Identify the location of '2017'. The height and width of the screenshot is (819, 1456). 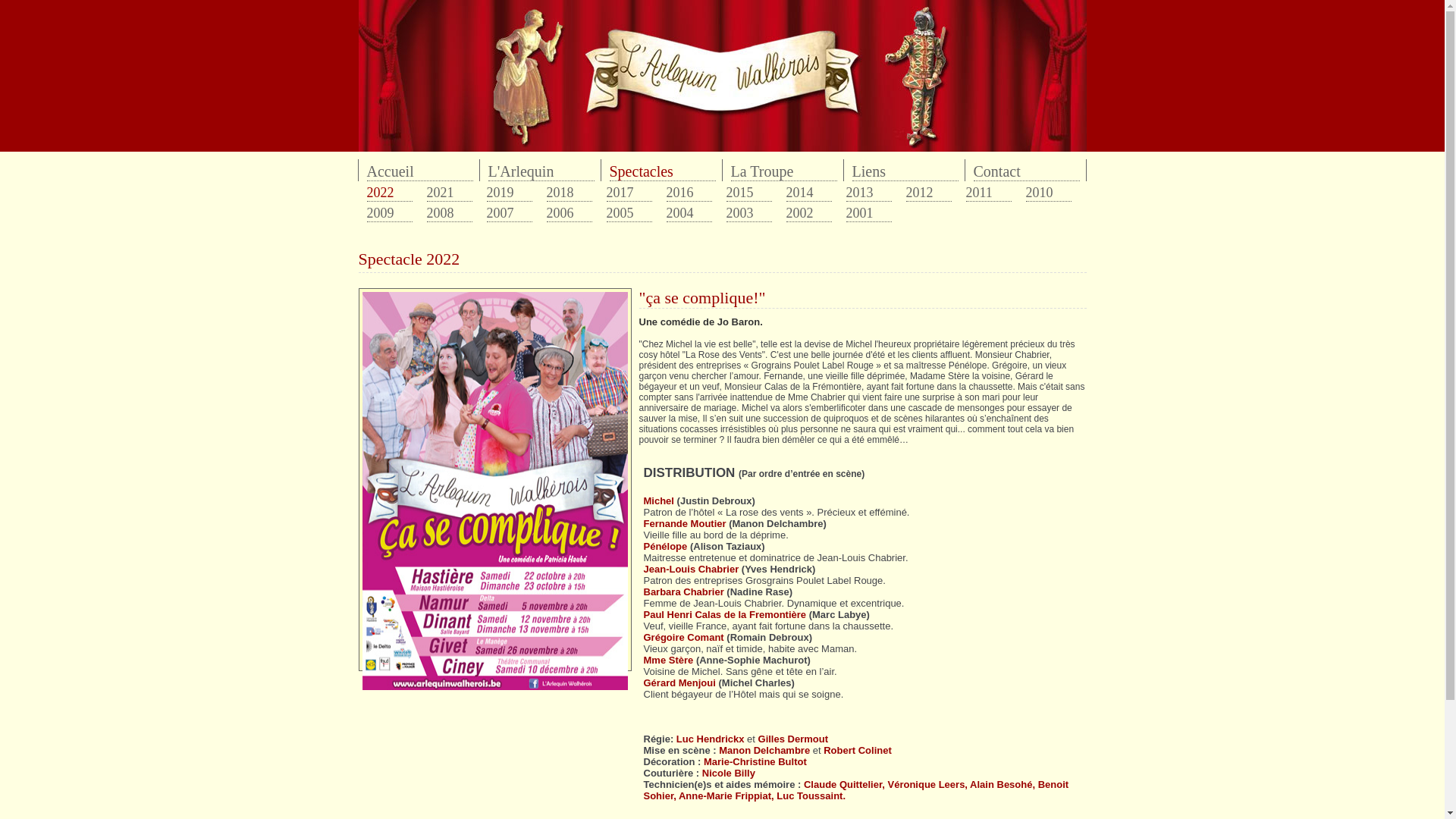
(629, 192).